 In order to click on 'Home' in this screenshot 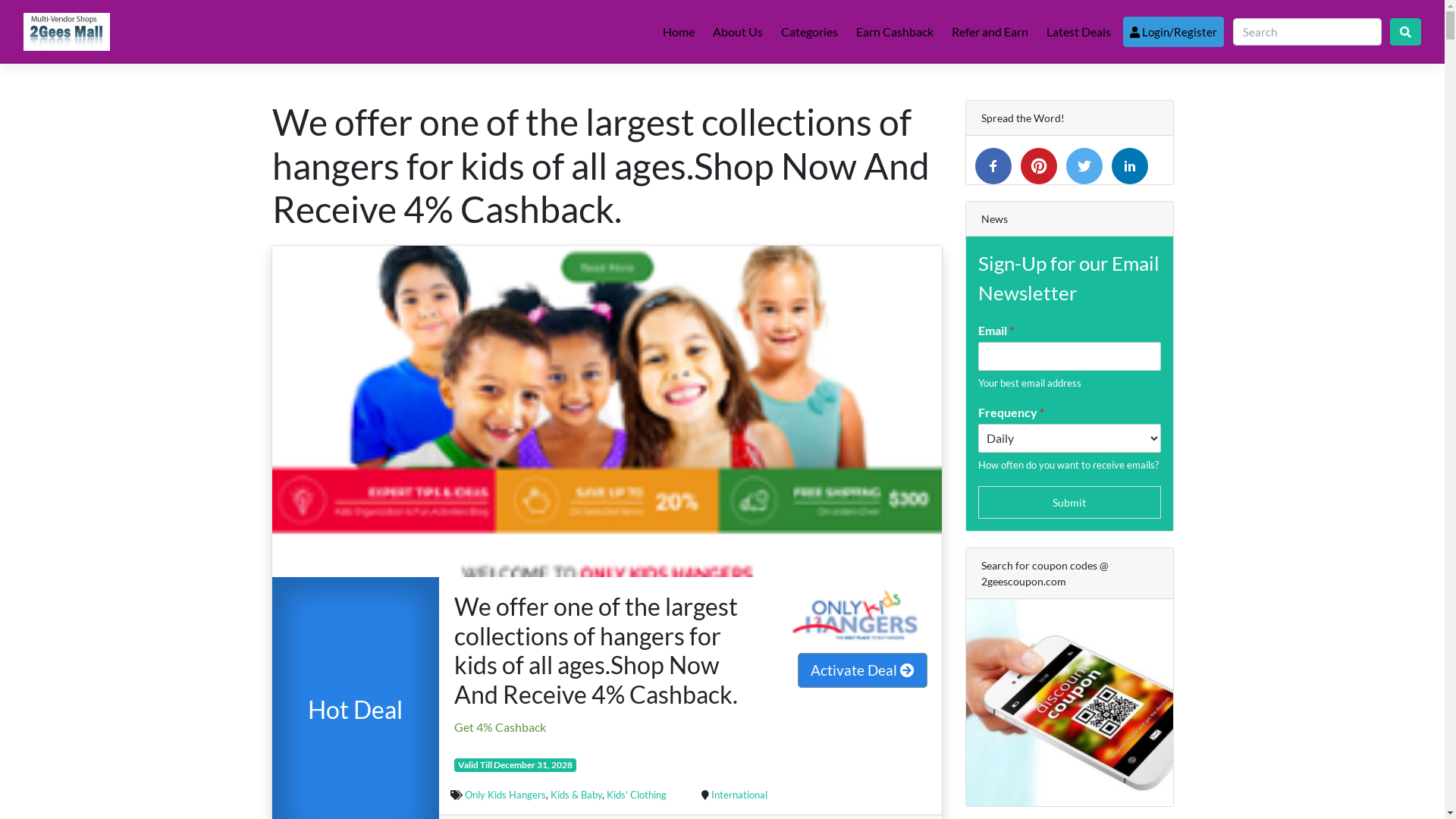, I will do `click(677, 32)`.